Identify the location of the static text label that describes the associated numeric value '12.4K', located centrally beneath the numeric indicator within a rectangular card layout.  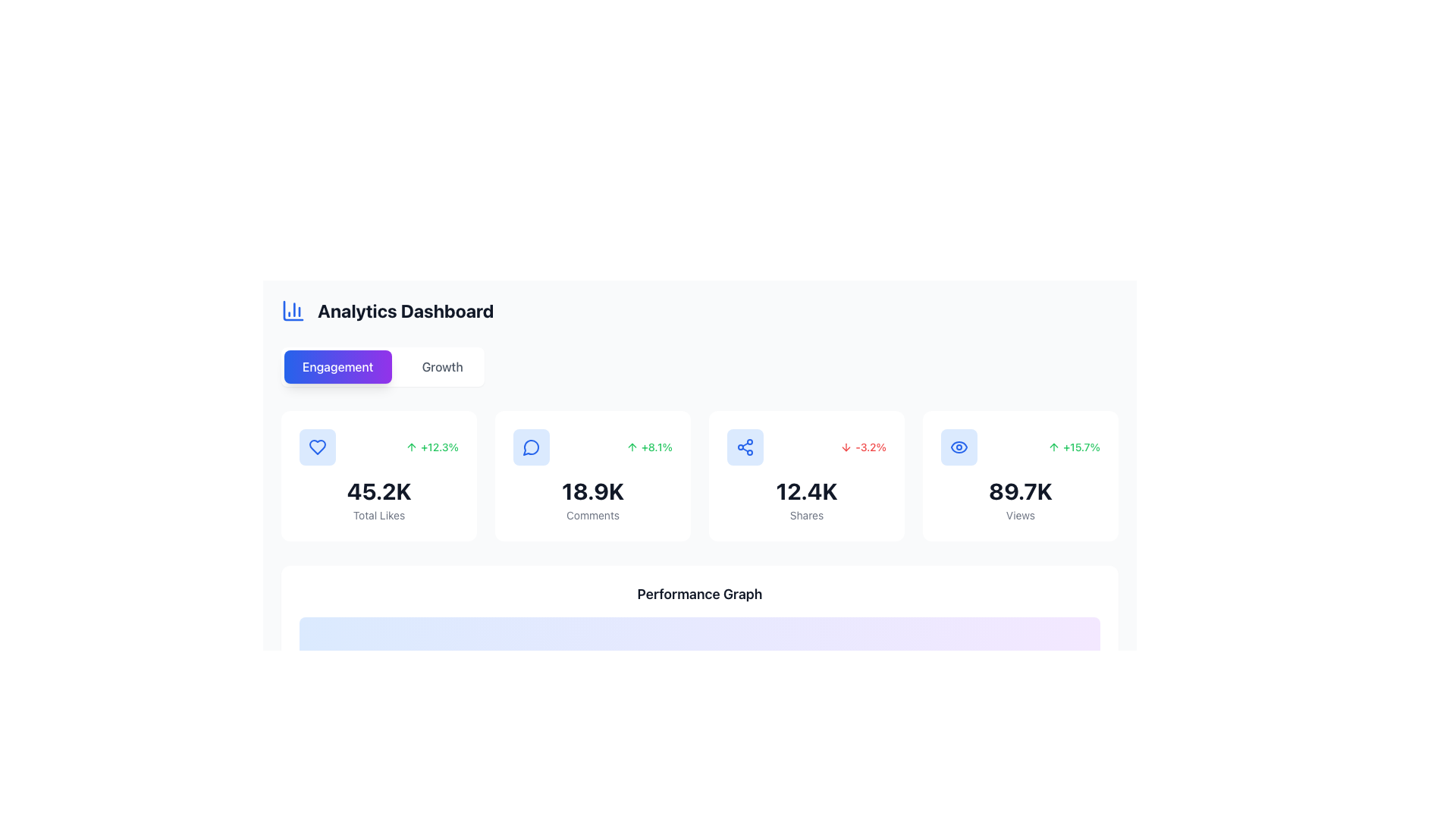
(806, 514).